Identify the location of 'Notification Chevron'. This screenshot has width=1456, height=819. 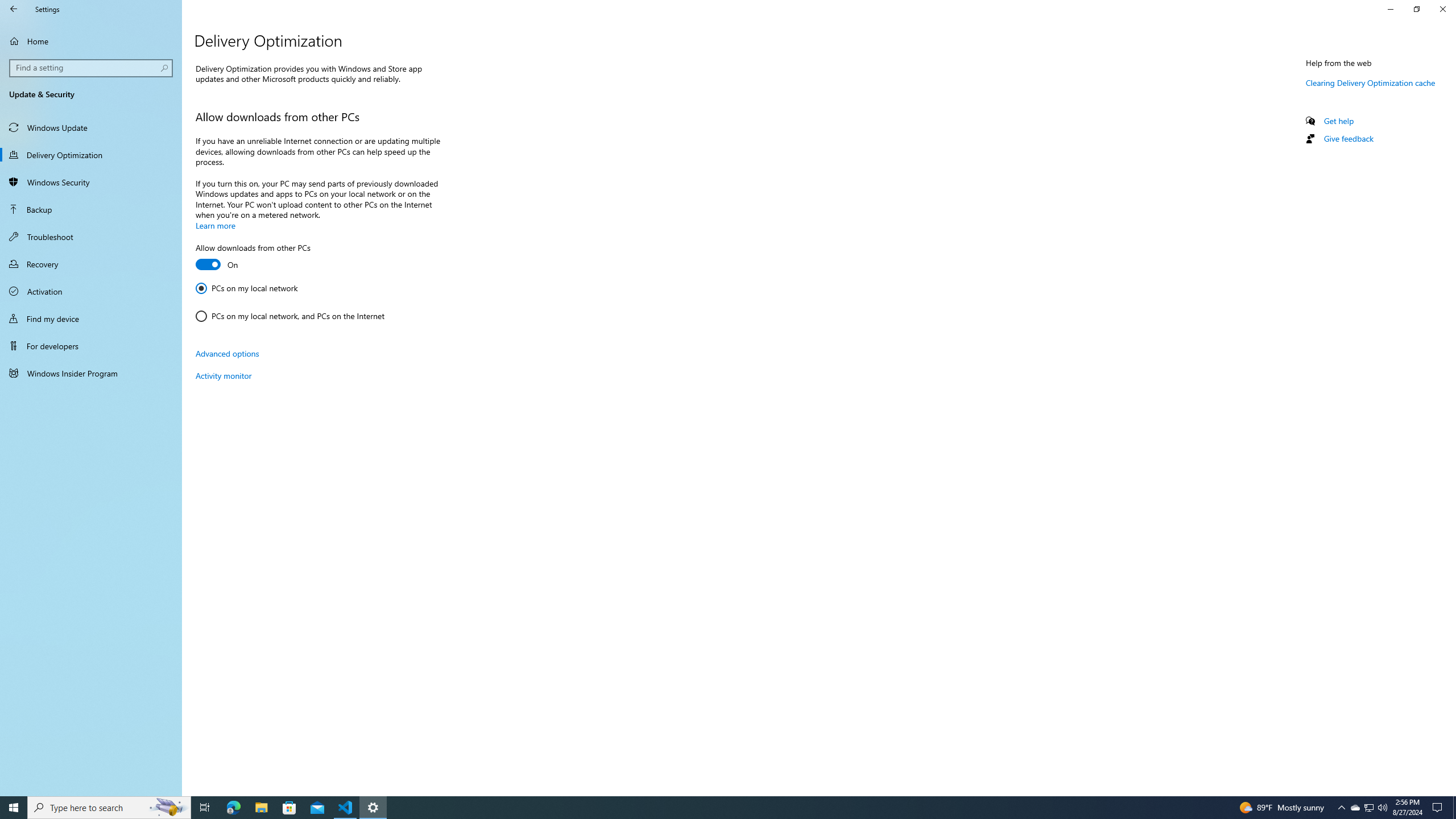
(1342, 806).